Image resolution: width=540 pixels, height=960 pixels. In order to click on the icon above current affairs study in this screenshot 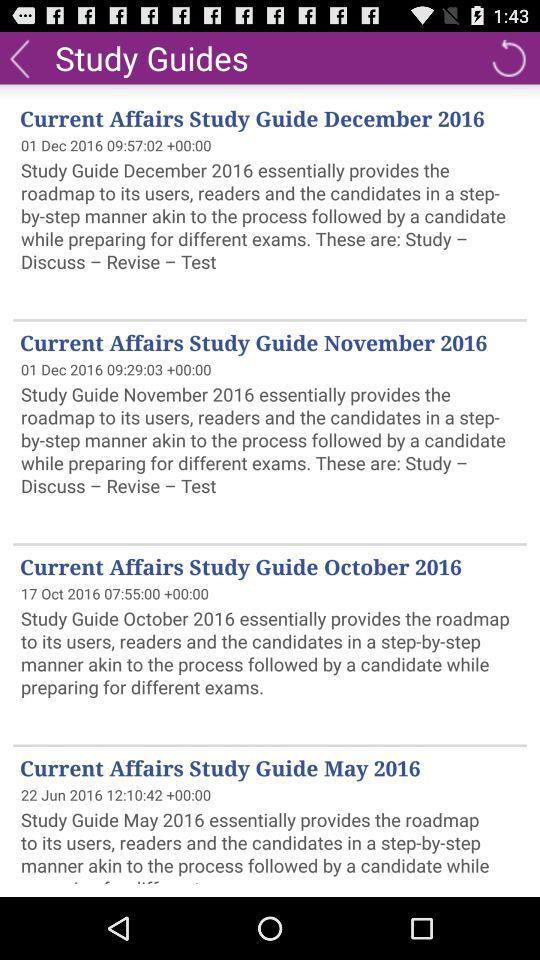, I will do `click(508, 56)`.